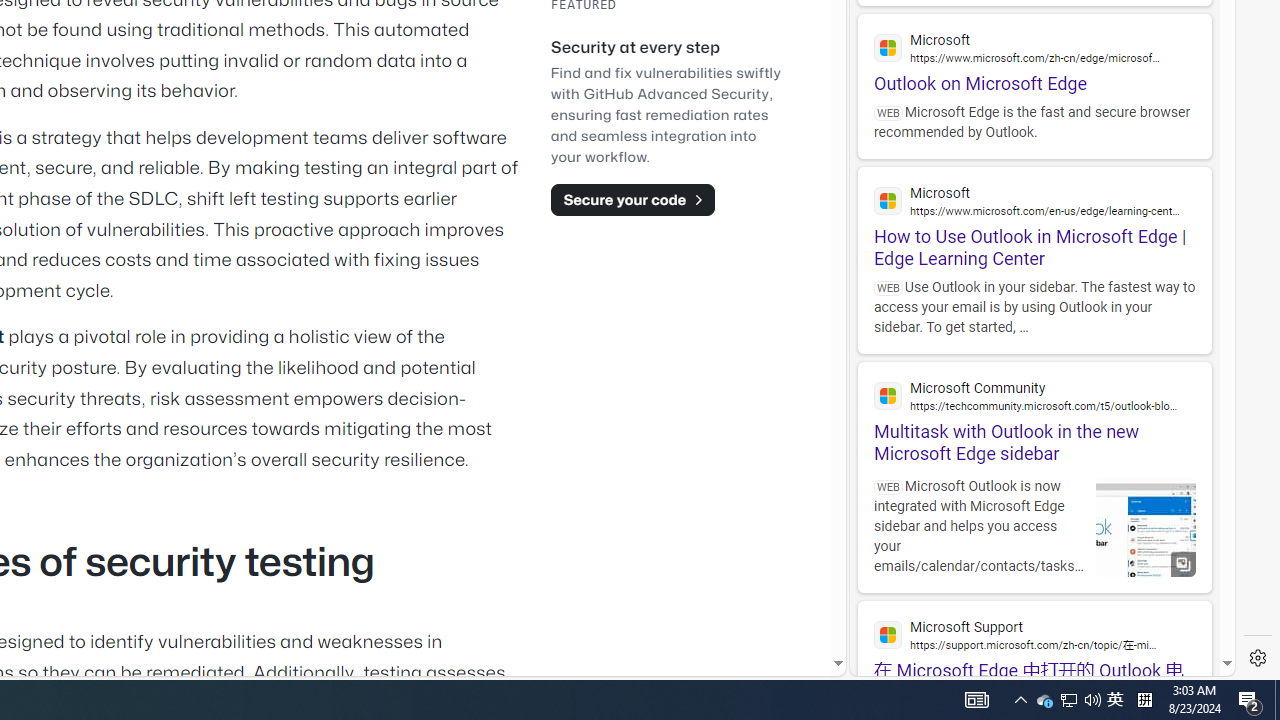 Image resolution: width=1280 pixels, height=720 pixels. What do you see at coordinates (1034, 395) in the screenshot?
I see `'Microsoft Community'` at bounding box center [1034, 395].